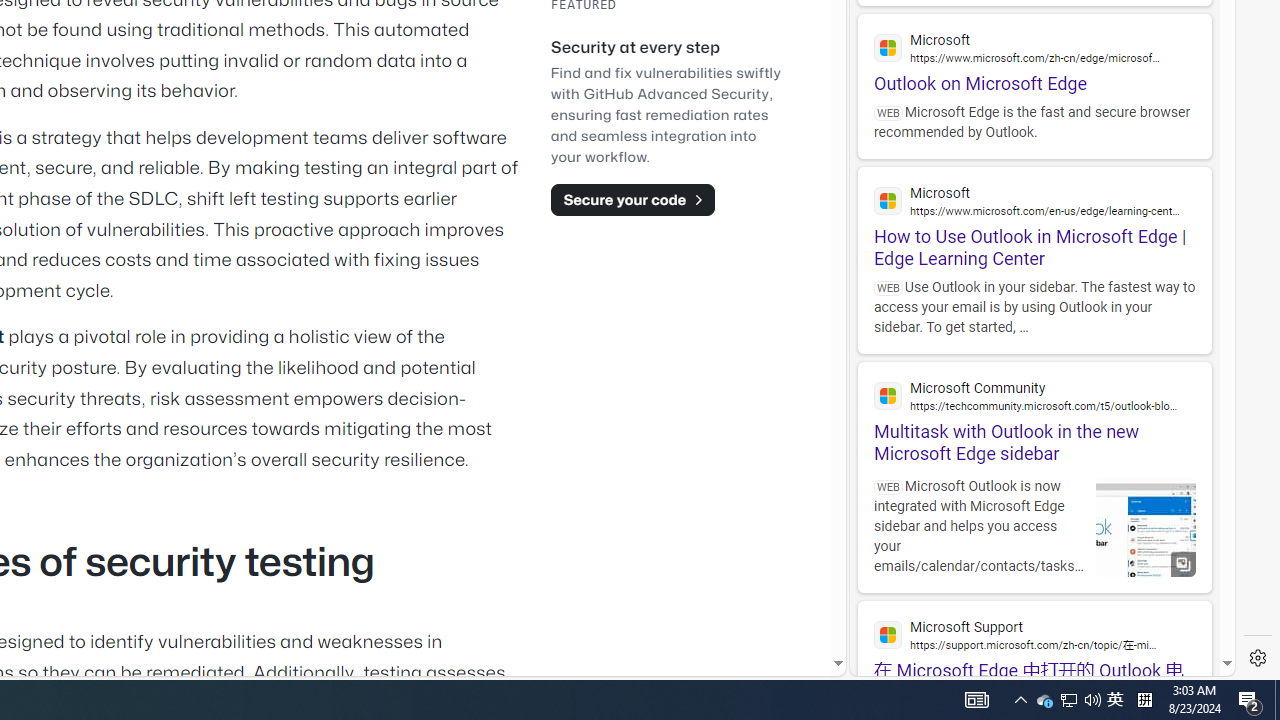 Image resolution: width=1280 pixels, height=720 pixels. What do you see at coordinates (1034, 395) in the screenshot?
I see `'Microsoft Community'` at bounding box center [1034, 395].